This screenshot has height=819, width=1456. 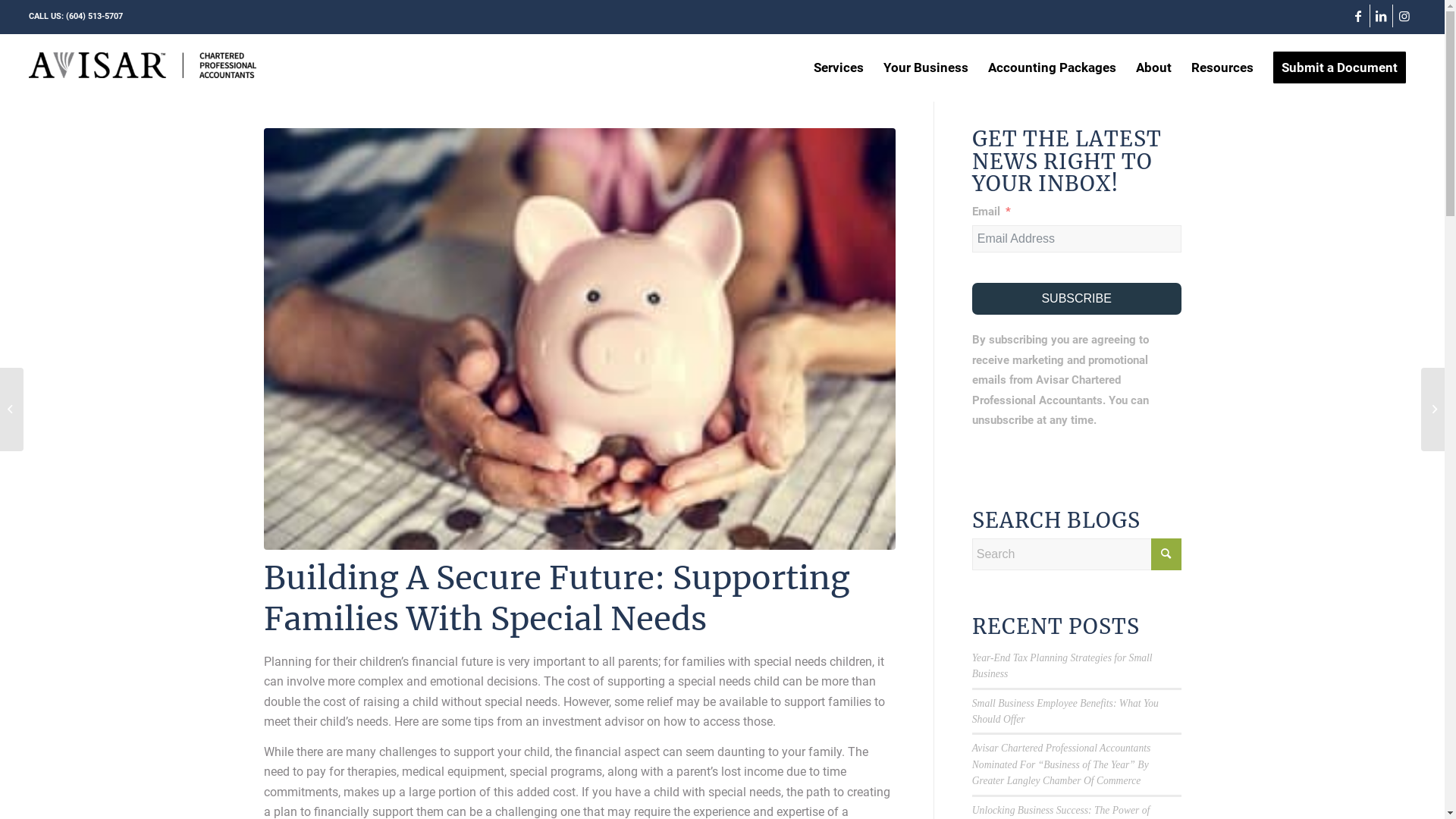 I want to click on 'About', so click(x=1125, y=66).